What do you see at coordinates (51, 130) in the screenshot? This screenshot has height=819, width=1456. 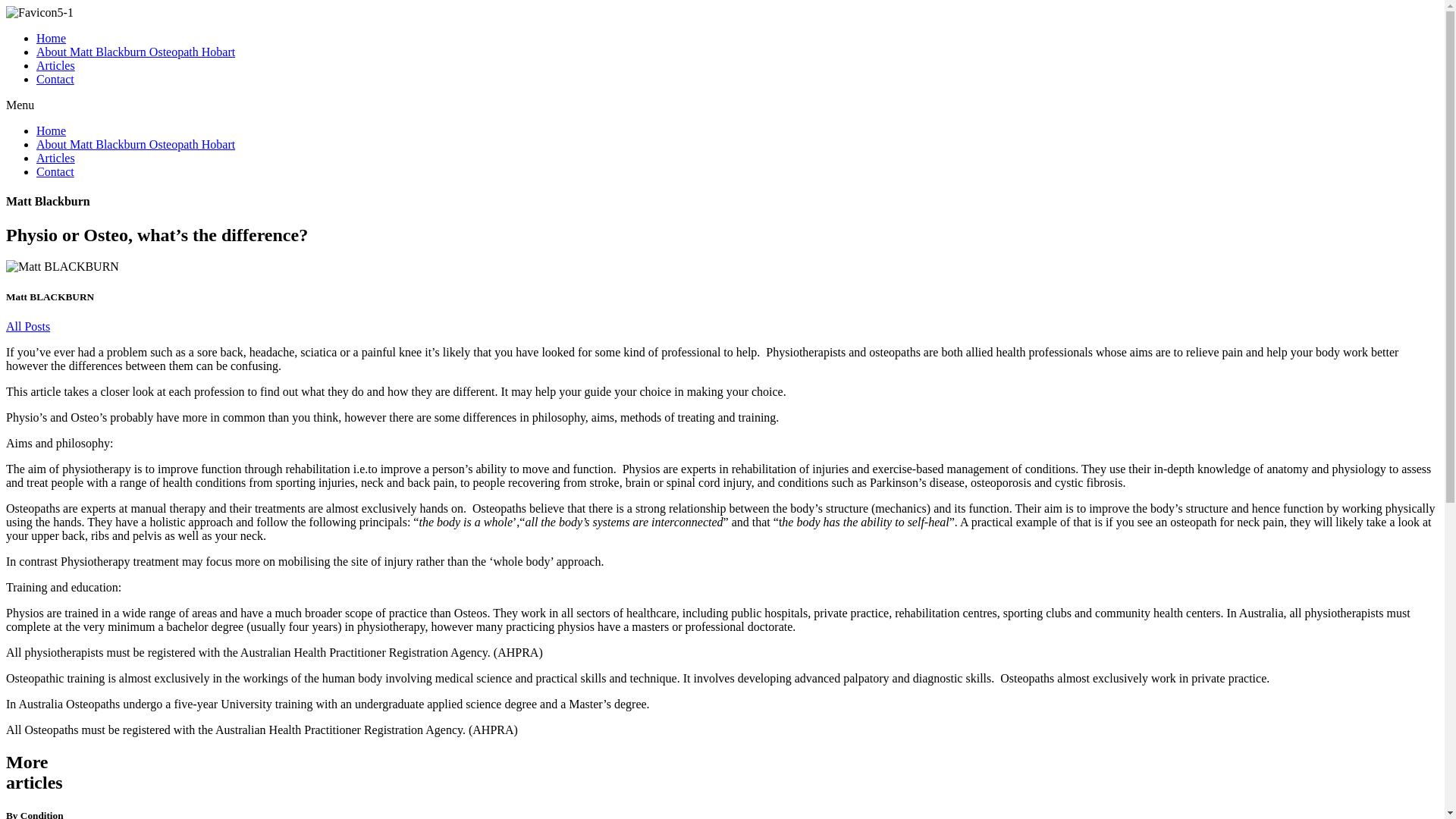 I see `'Home'` at bounding box center [51, 130].